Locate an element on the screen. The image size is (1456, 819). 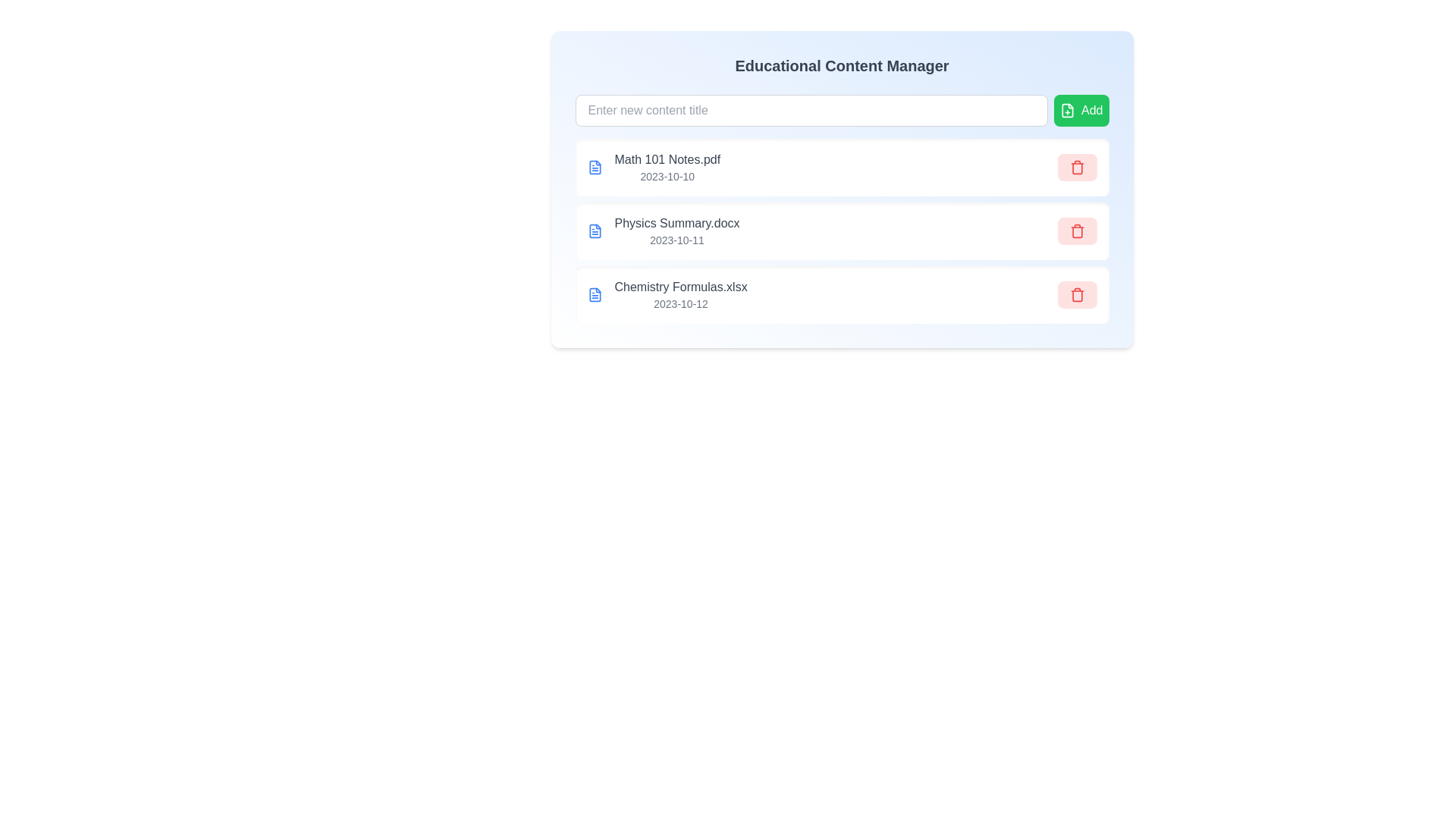
the 'Physics Summary.docx' file entry in the list, which is the second item positioned under the 'Educational Content Manager' header is located at coordinates (663, 231).